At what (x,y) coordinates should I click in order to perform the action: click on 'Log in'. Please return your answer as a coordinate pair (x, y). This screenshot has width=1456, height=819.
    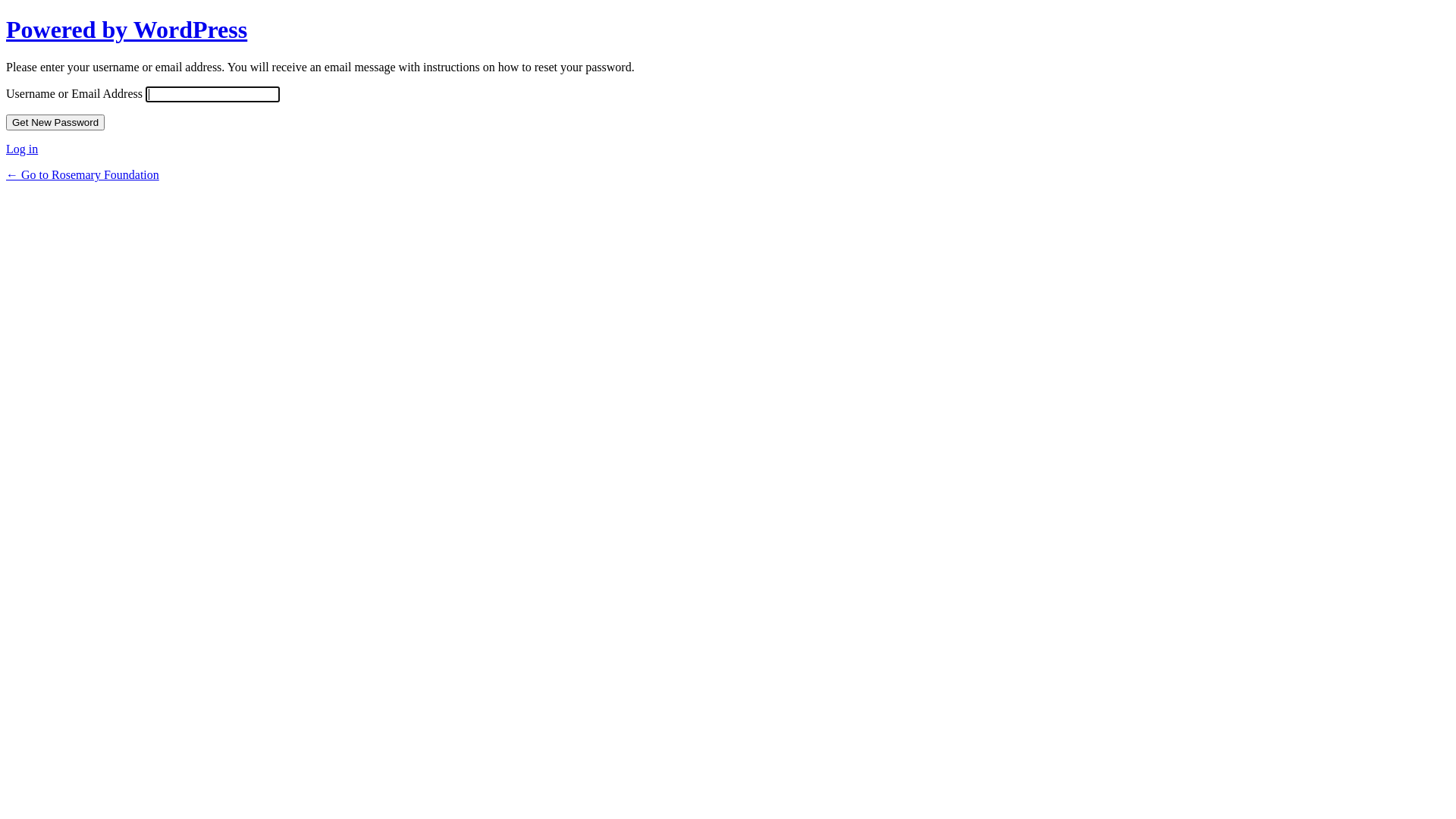
    Looking at the image, I should click on (6, 149).